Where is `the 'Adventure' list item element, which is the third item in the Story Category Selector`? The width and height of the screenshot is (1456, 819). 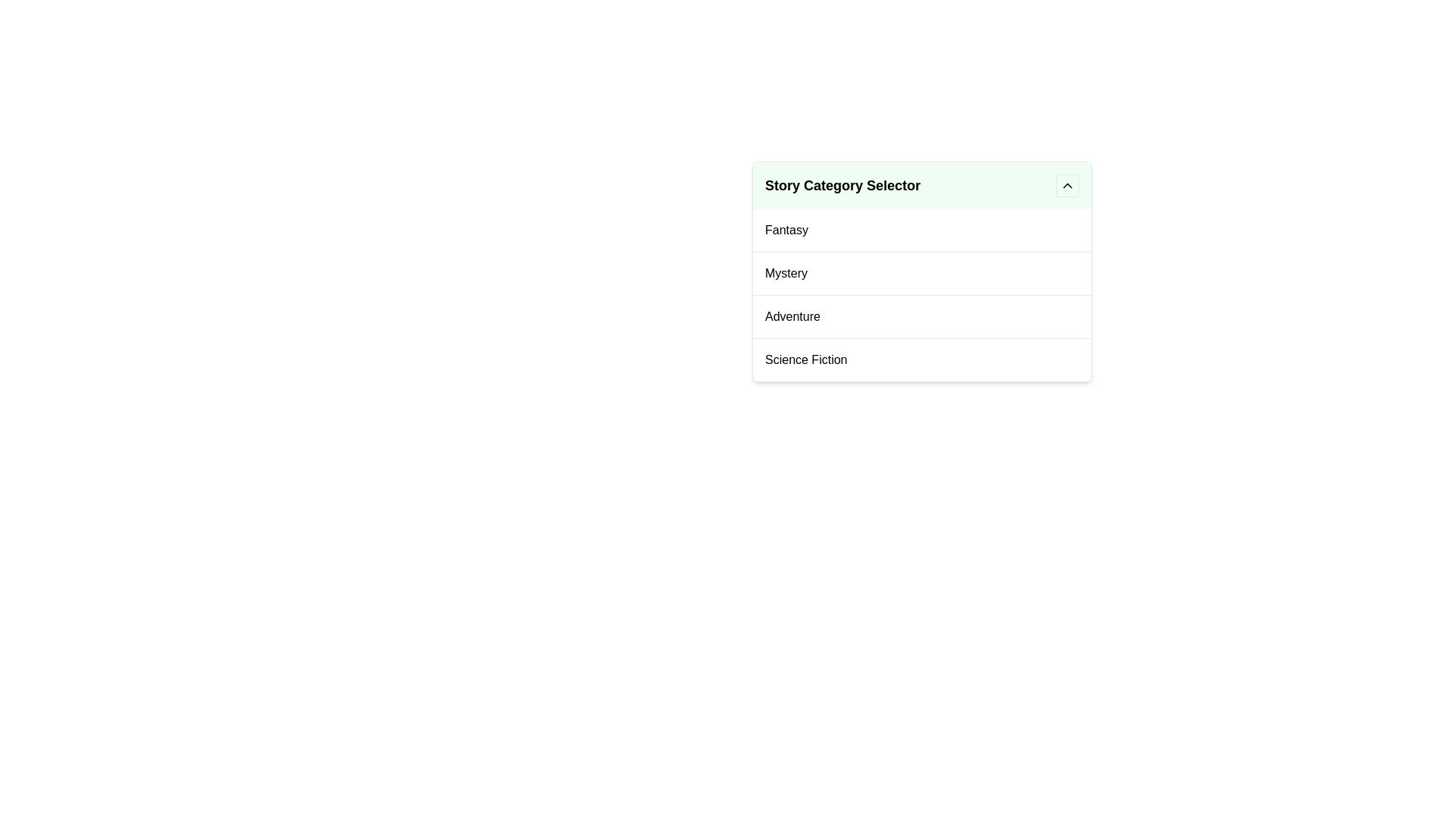 the 'Adventure' list item element, which is the third item in the Story Category Selector is located at coordinates (921, 315).